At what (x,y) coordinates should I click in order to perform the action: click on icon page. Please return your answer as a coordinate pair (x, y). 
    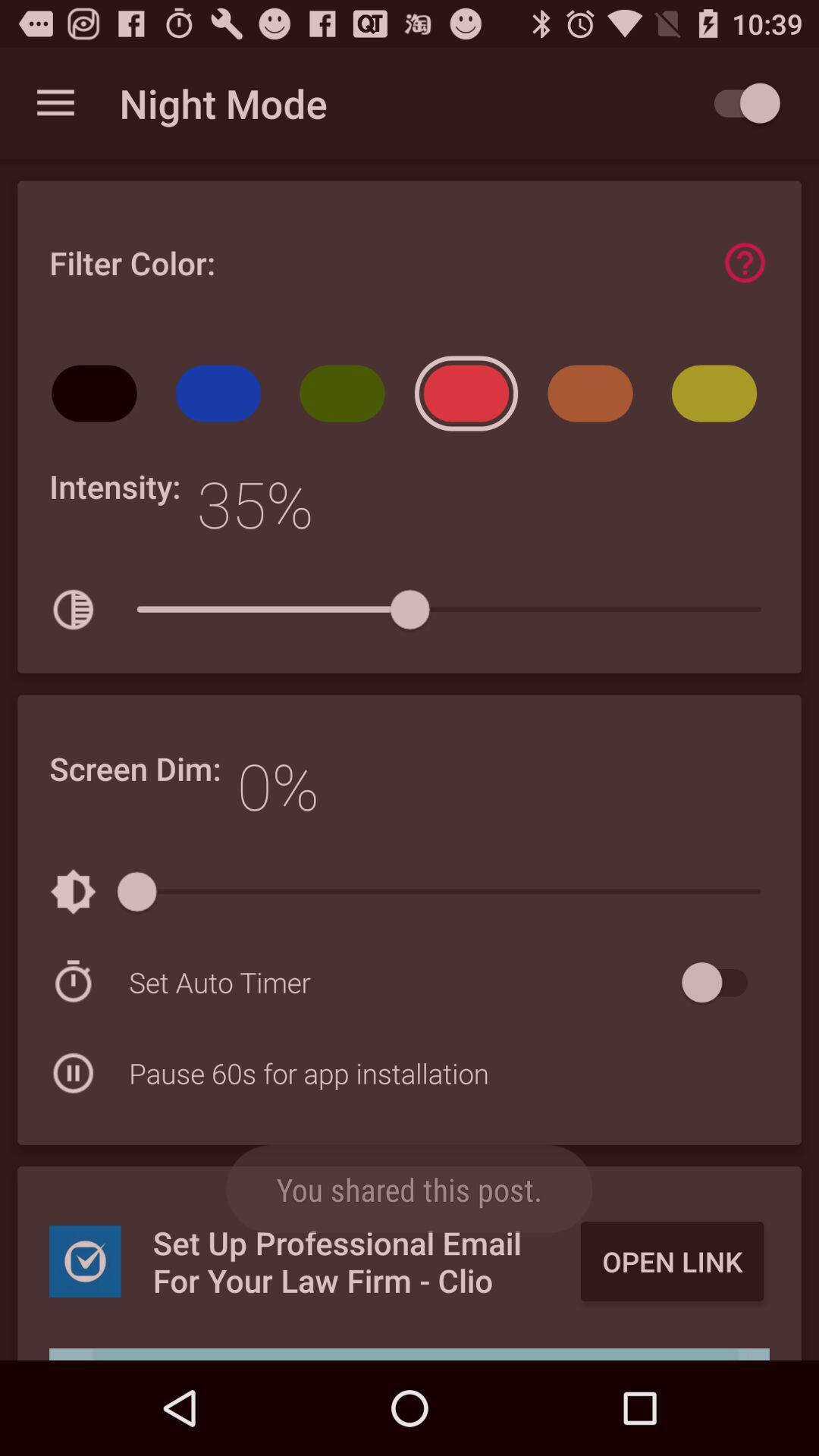
    Looking at the image, I should click on (744, 262).